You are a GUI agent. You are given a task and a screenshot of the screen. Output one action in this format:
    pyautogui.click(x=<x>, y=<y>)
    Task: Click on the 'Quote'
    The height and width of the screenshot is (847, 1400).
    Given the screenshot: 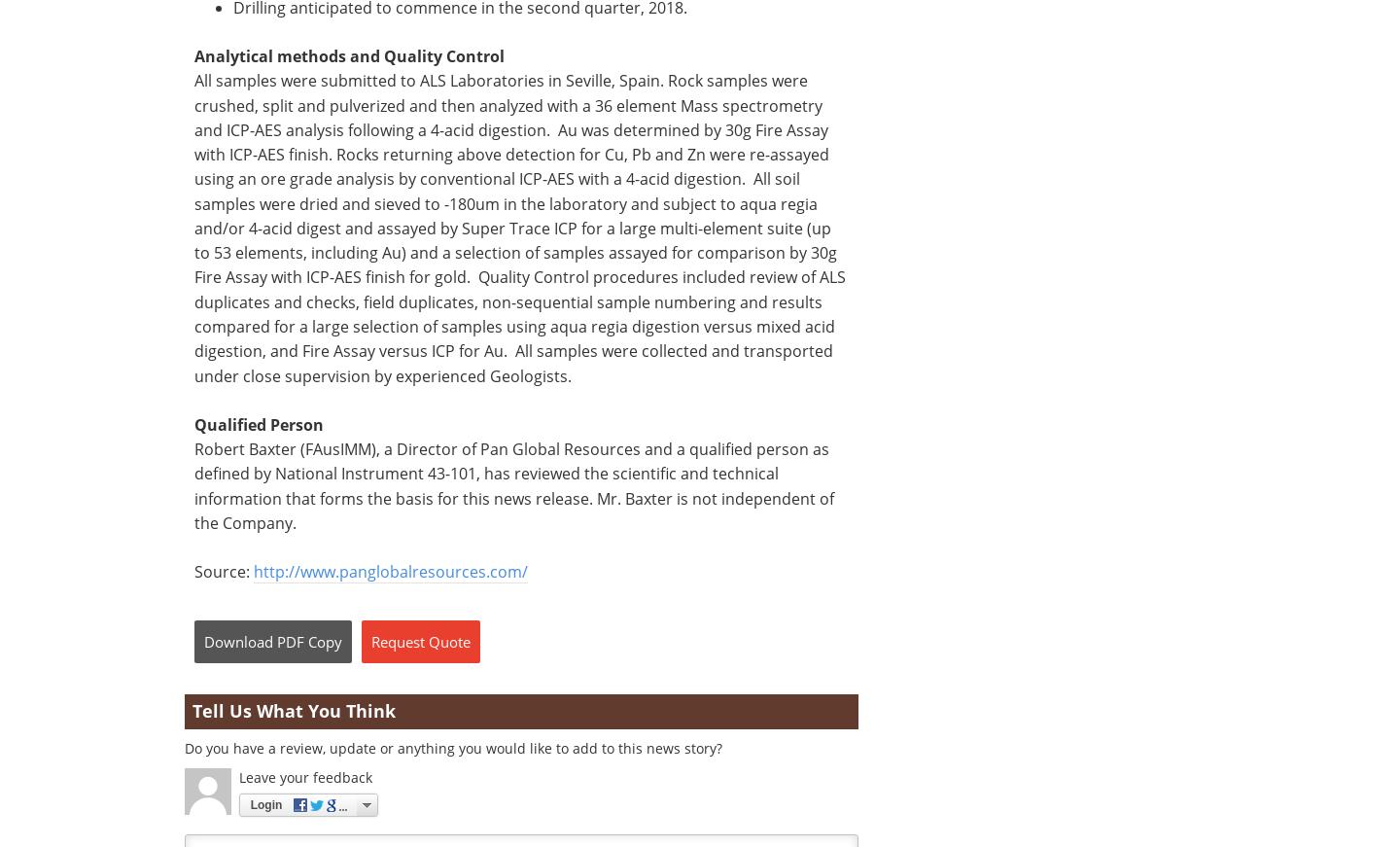 What is the action you would take?
    pyautogui.click(x=449, y=640)
    